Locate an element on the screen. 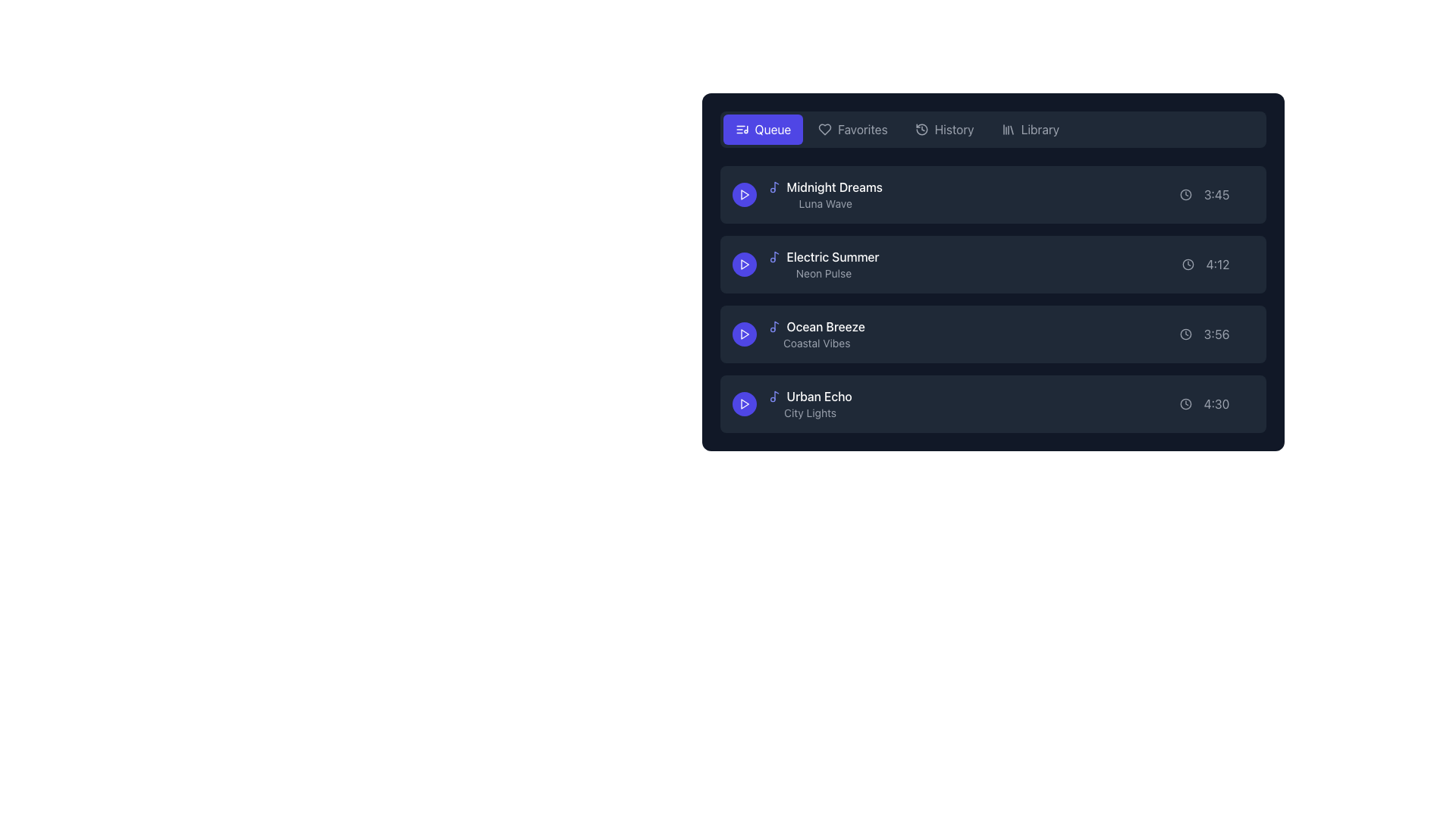 The width and height of the screenshot is (1456, 819). text content of the descriptive subtitle for the 'Urban Echo' song entry, located at the bottom of the section titled 'Urban Echo', positioned at the far-right of the fourth list item is located at coordinates (809, 413).